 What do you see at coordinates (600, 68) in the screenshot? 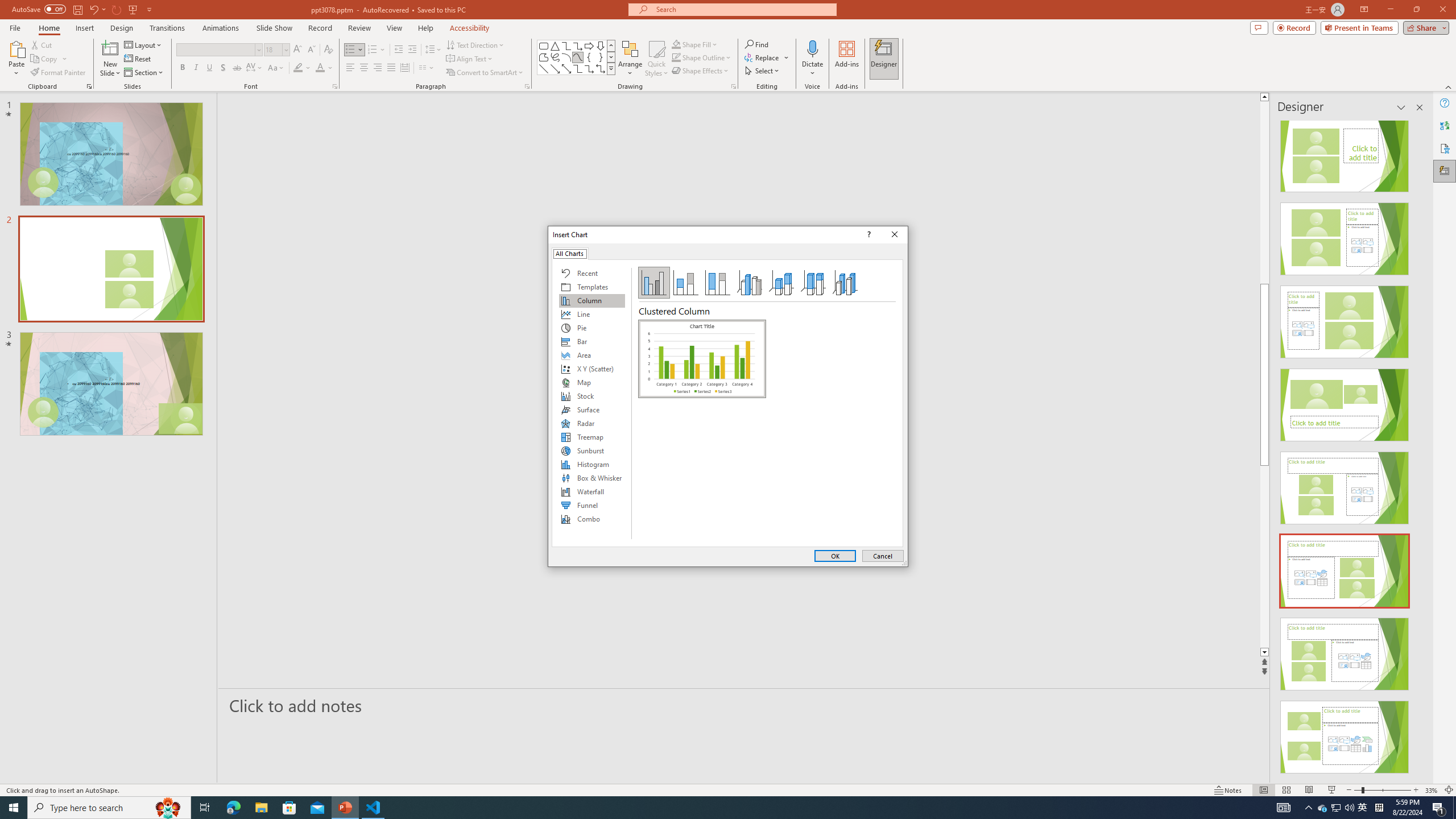
I see `'Connector: Elbow Double-Arrow'` at bounding box center [600, 68].